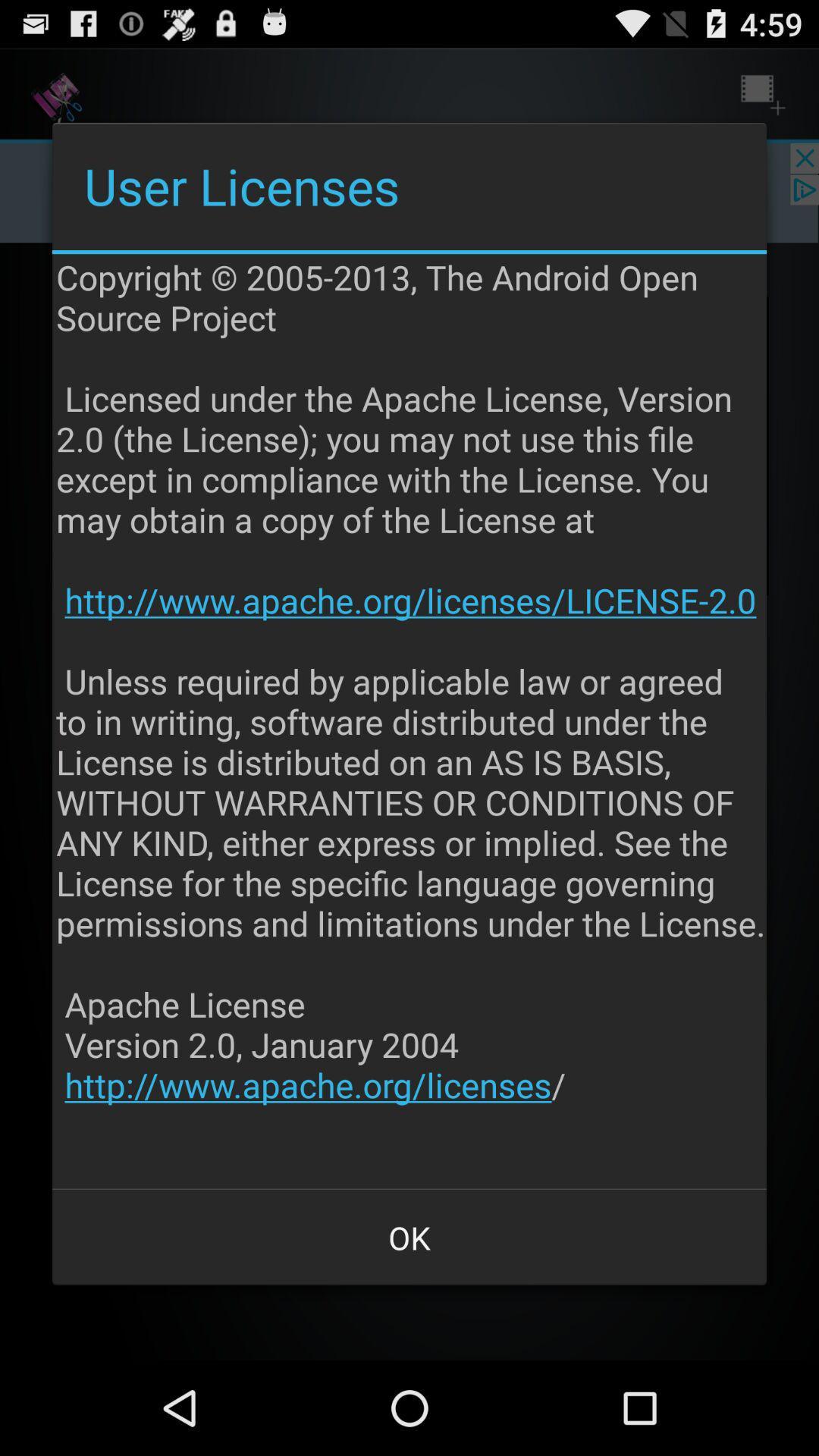 This screenshot has height=1456, width=819. Describe the element at coordinates (409, 1238) in the screenshot. I see `button at the bottom` at that location.